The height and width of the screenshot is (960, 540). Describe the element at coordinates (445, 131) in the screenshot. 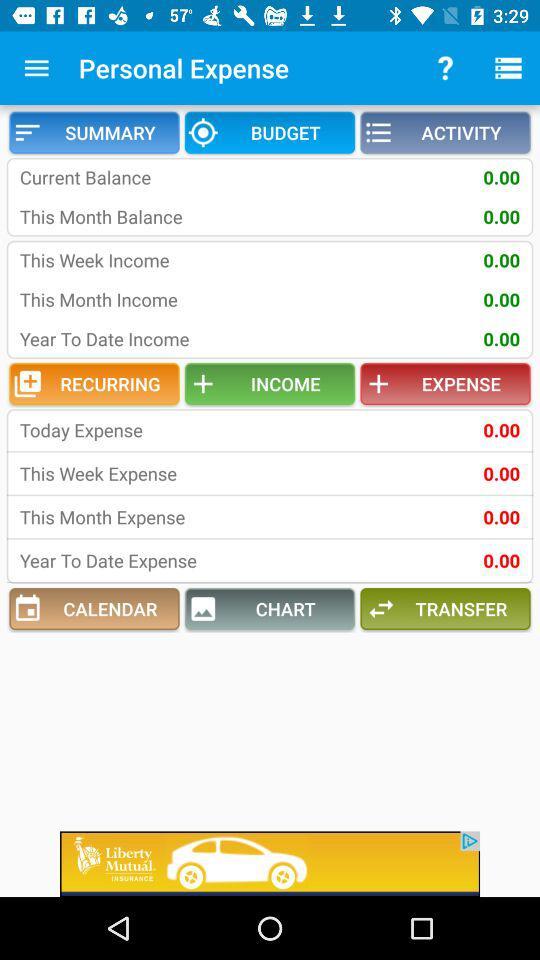

I see `the icon next to budget` at that location.